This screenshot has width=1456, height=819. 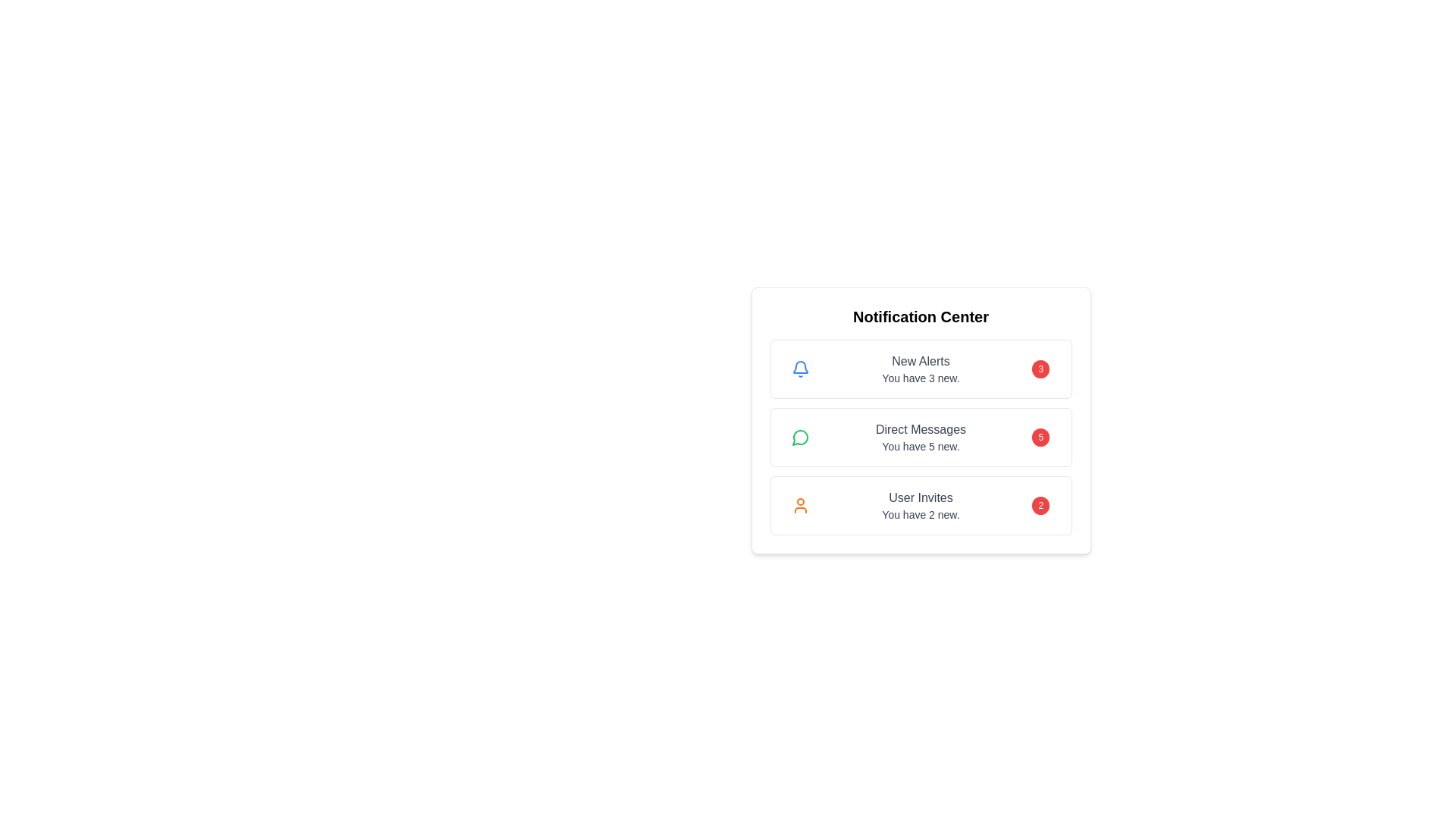 What do you see at coordinates (800, 506) in the screenshot?
I see `the user icon styled in bright orange located in the 'User Invites' section of the Notification Center` at bounding box center [800, 506].